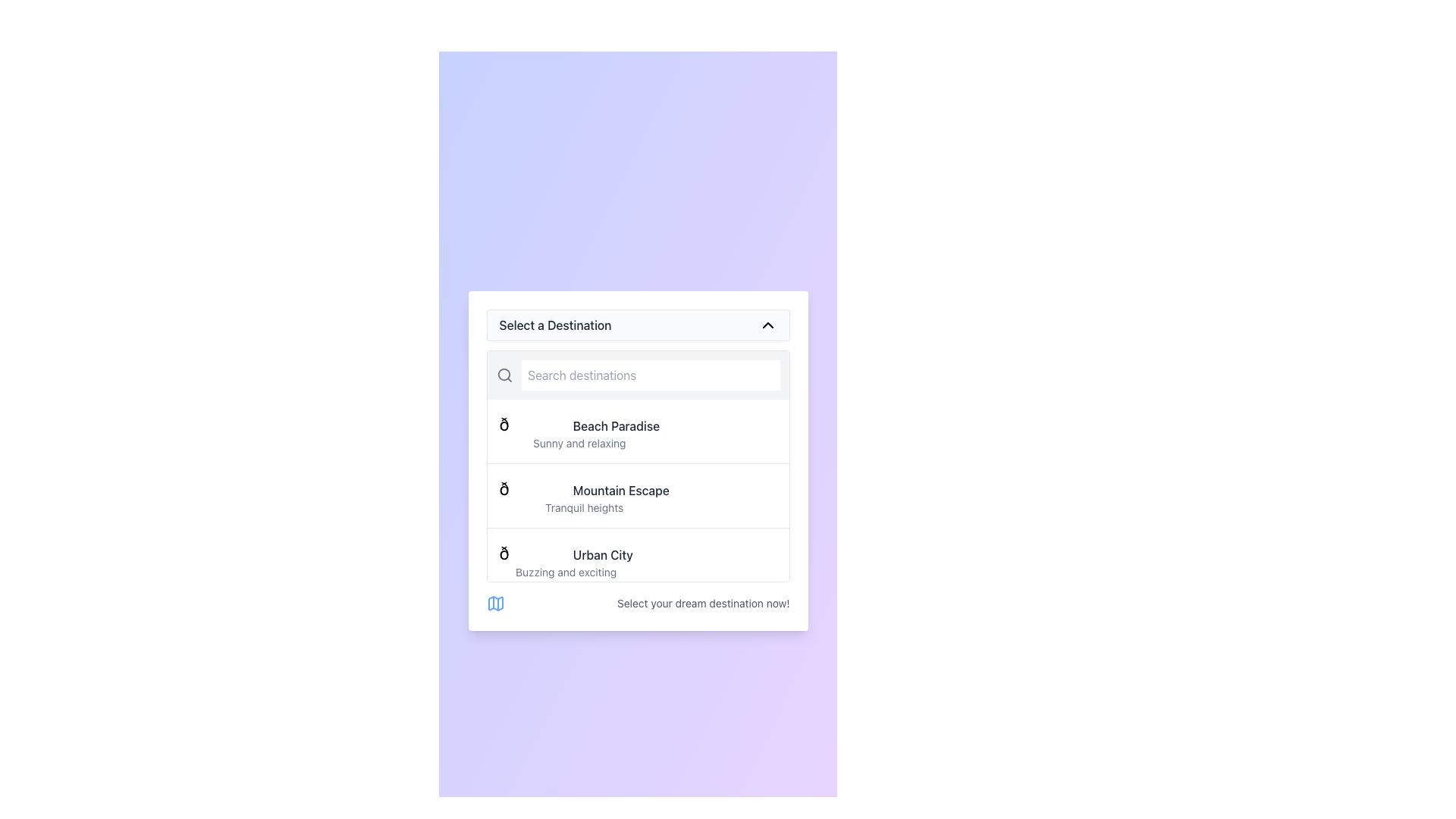 This screenshot has width=1456, height=819. Describe the element at coordinates (583, 496) in the screenshot. I see `the list item with the text 'Mountain Escape' and the mountain icon` at that location.